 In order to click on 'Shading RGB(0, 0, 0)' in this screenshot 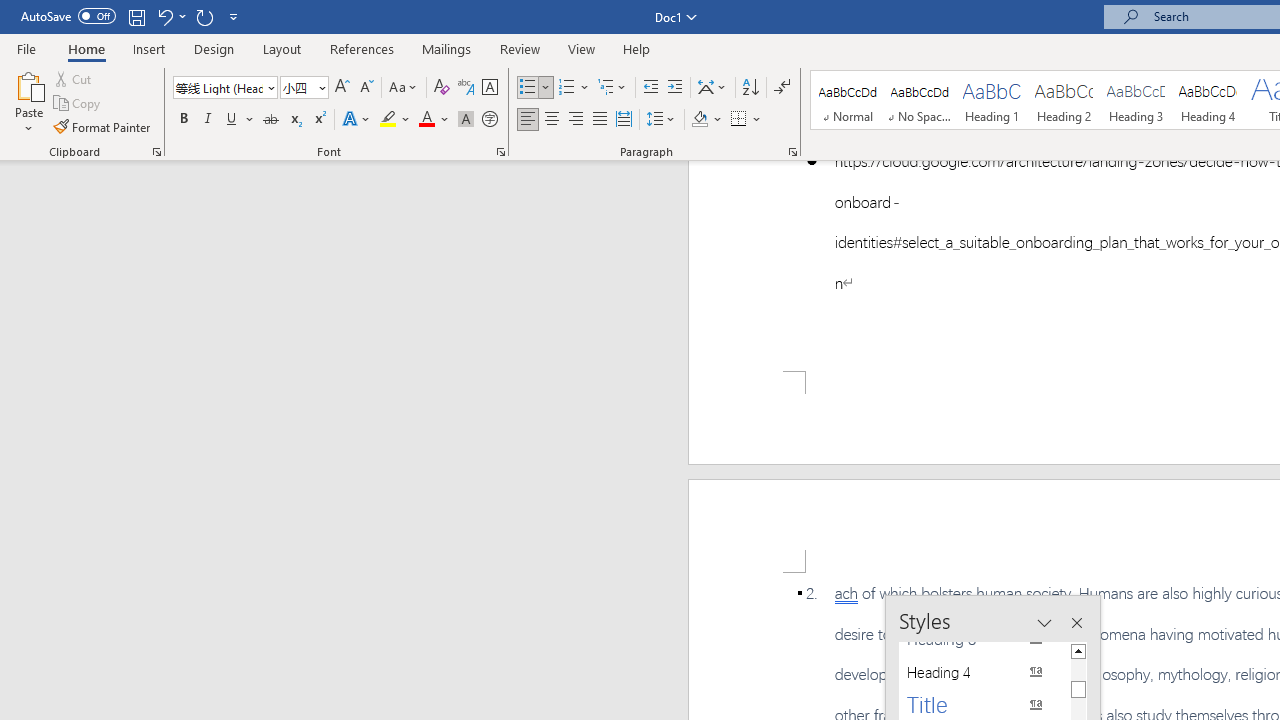, I will do `click(699, 119)`.